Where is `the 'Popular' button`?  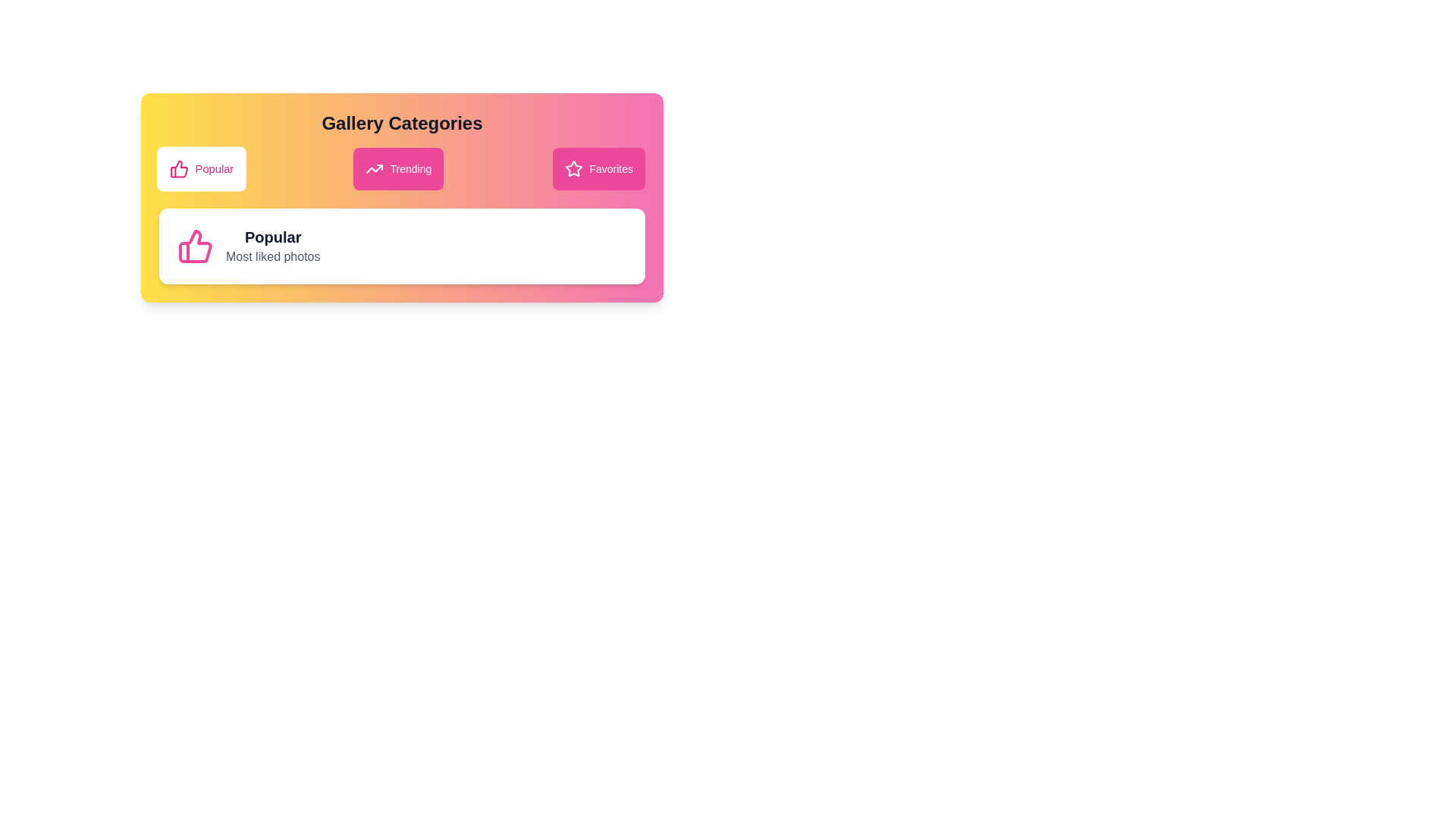 the 'Popular' button is located at coordinates (201, 169).